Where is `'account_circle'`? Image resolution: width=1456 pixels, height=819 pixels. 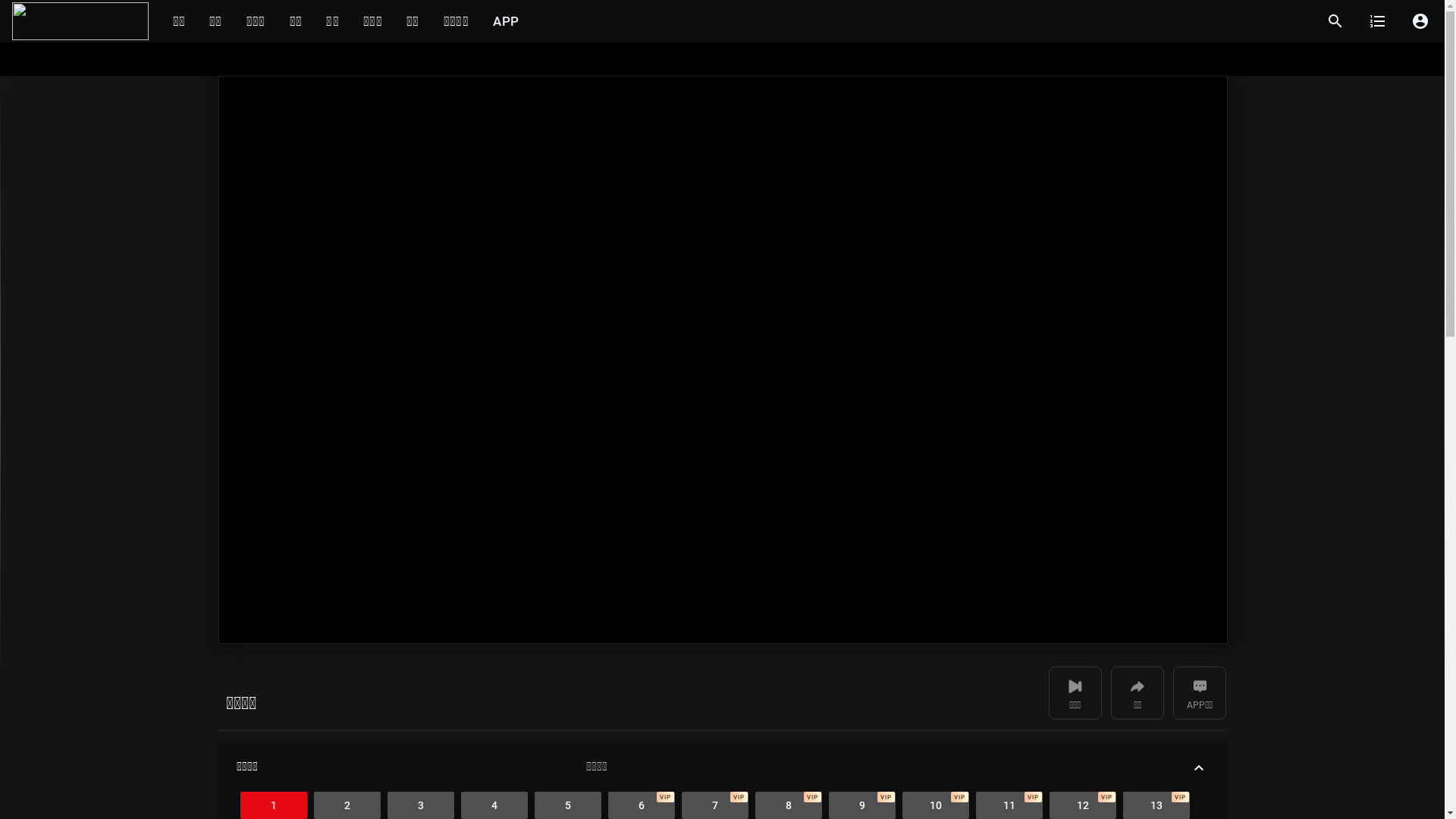
'account_circle' is located at coordinates (1419, 20).